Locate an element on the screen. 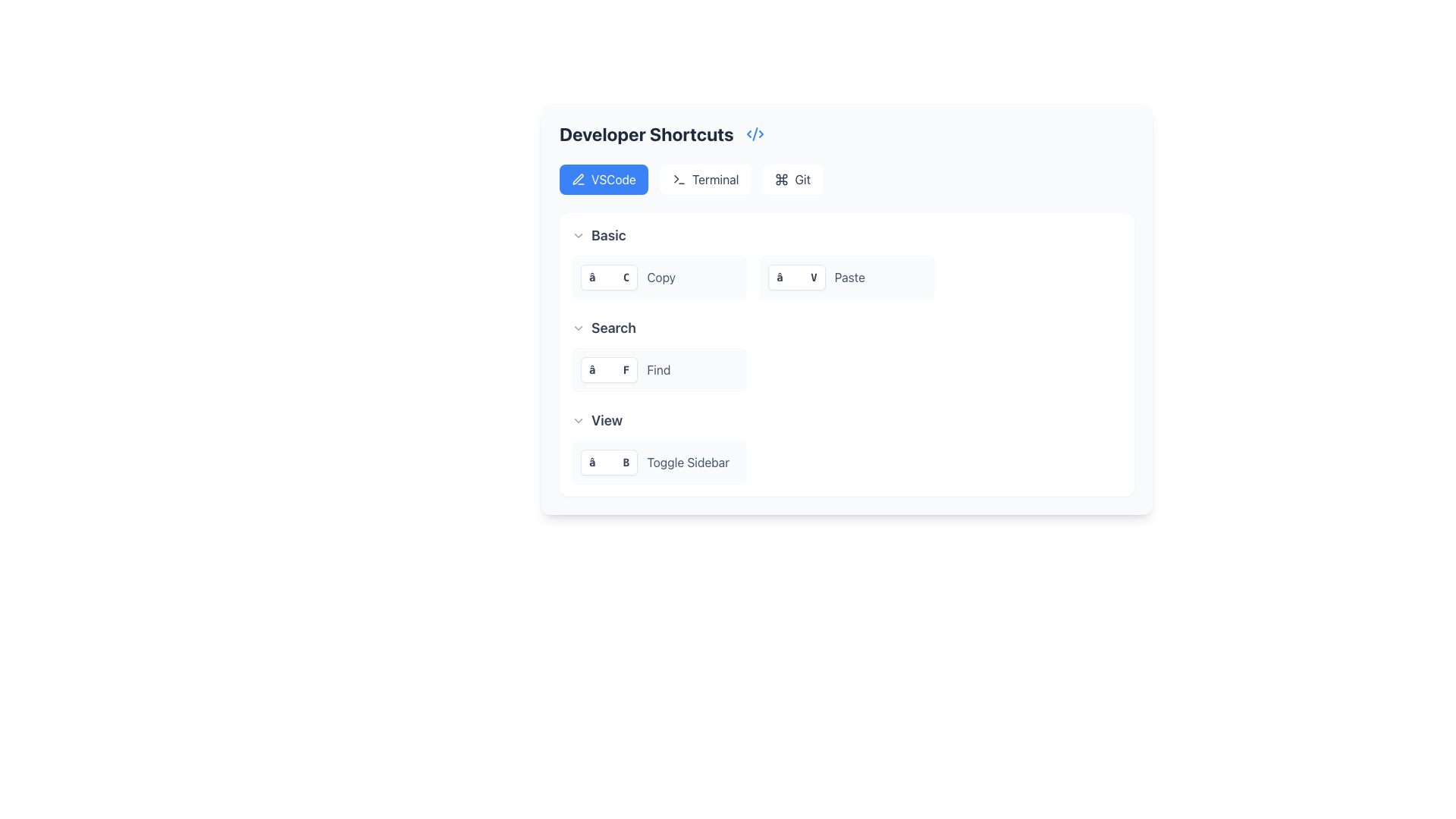 This screenshot has width=1456, height=819. the 'VSCode' button with a blue background and white text, which is the first button in a horizontal group of three is located at coordinates (603, 178).